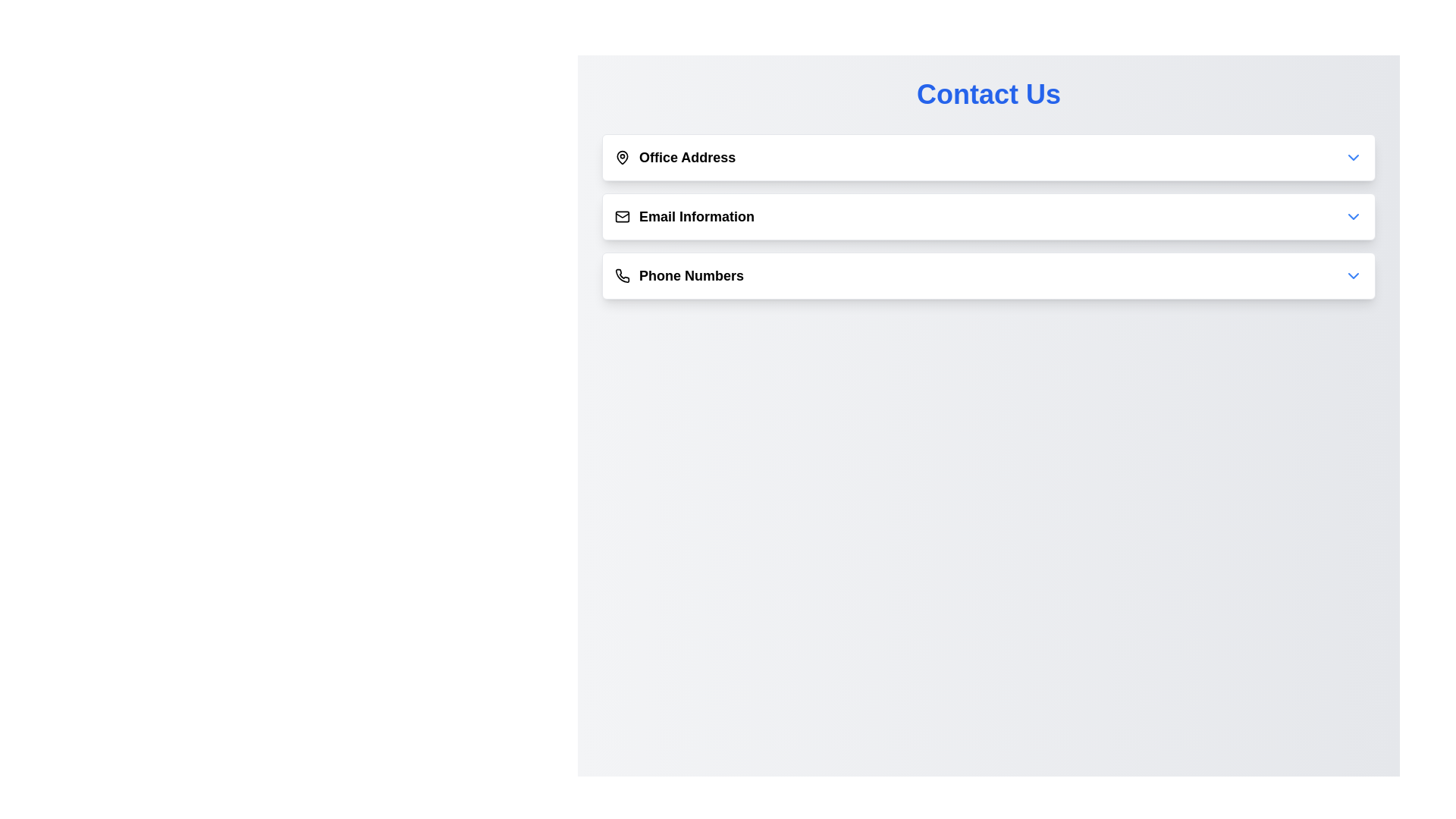  I want to click on the icon representing the 'Office Address' label, so click(622, 158).